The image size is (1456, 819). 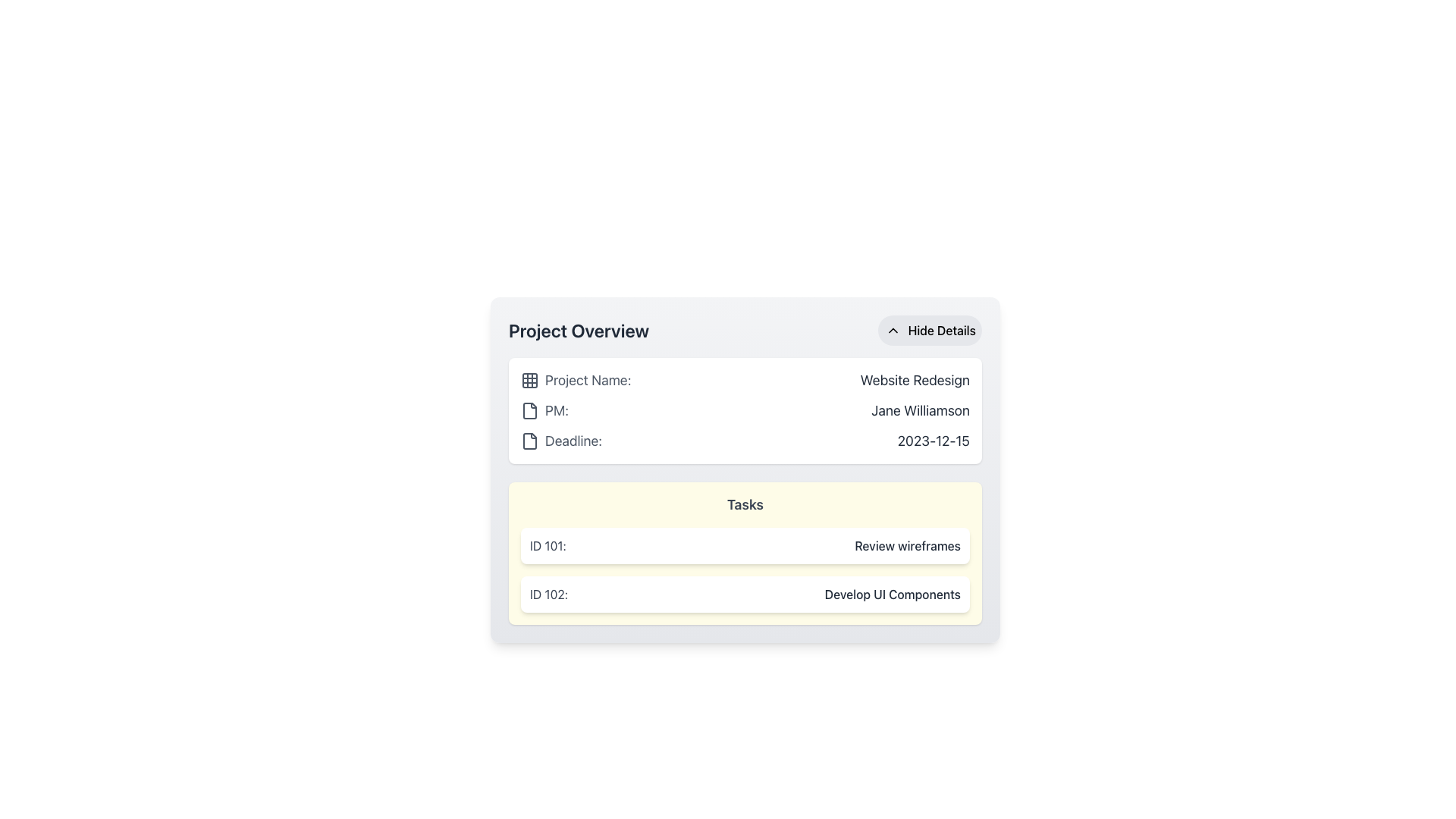 I want to click on text content of the text label located in the bottom task item of the 'Tasks' section, which provides details about a specific action or deliverable, so click(x=893, y=593).